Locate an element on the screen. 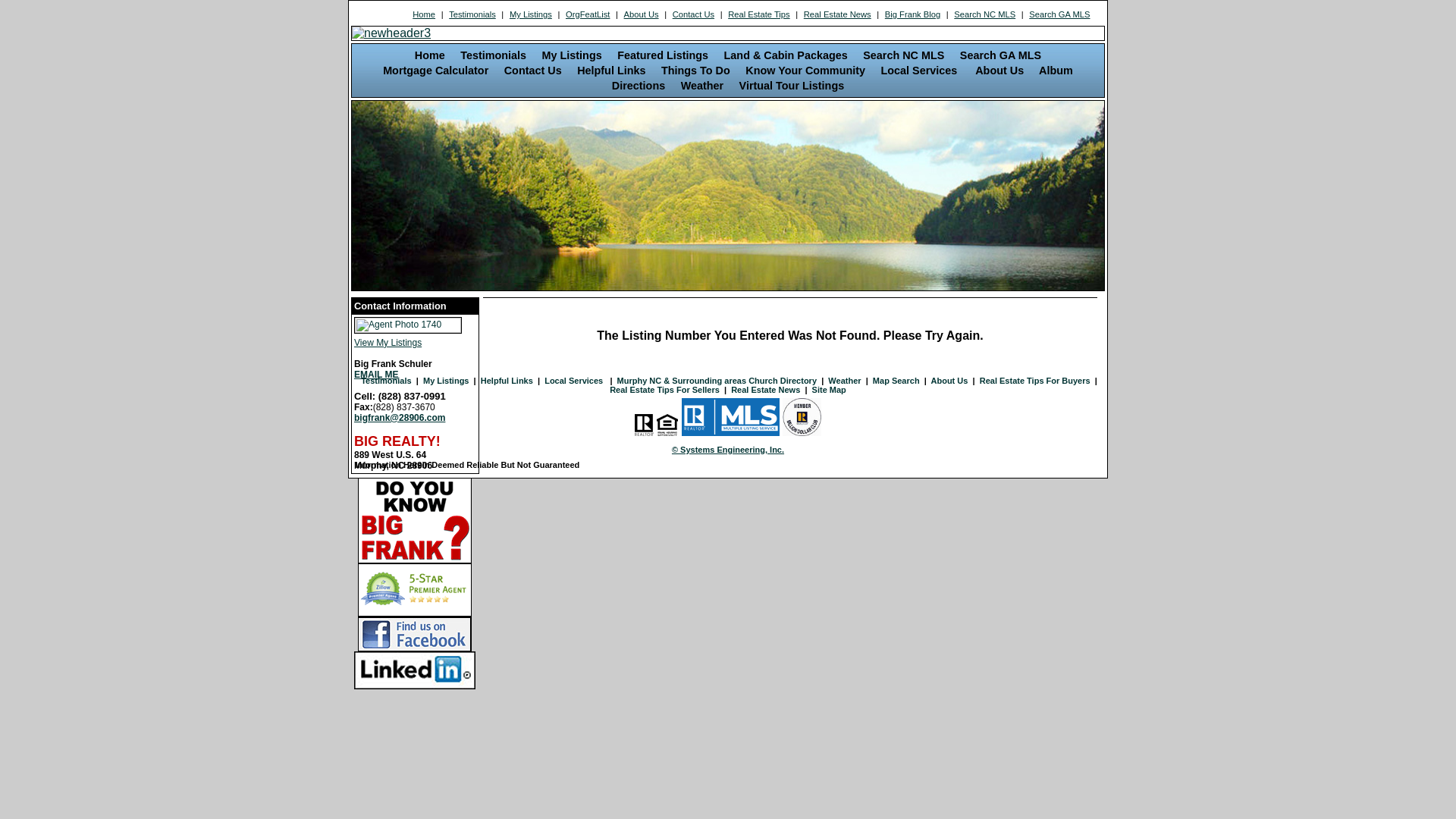  'Site Map' is located at coordinates (828, 388).